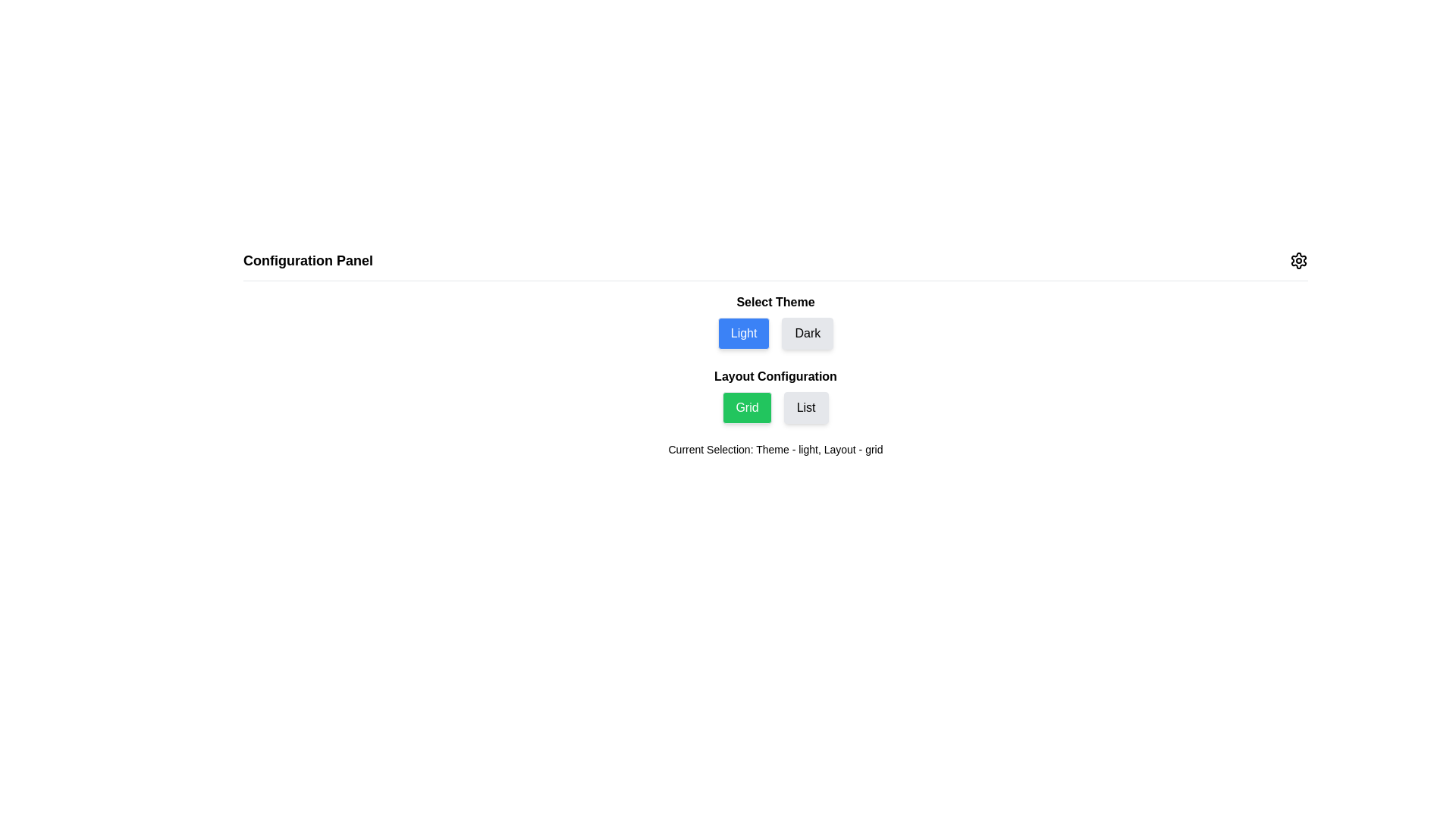 This screenshot has width=1456, height=819. I want to click on the 'Grid' or 'List' button in the Toggle Button Group under the 'Layout Configuration' heading, so click(775, 394).